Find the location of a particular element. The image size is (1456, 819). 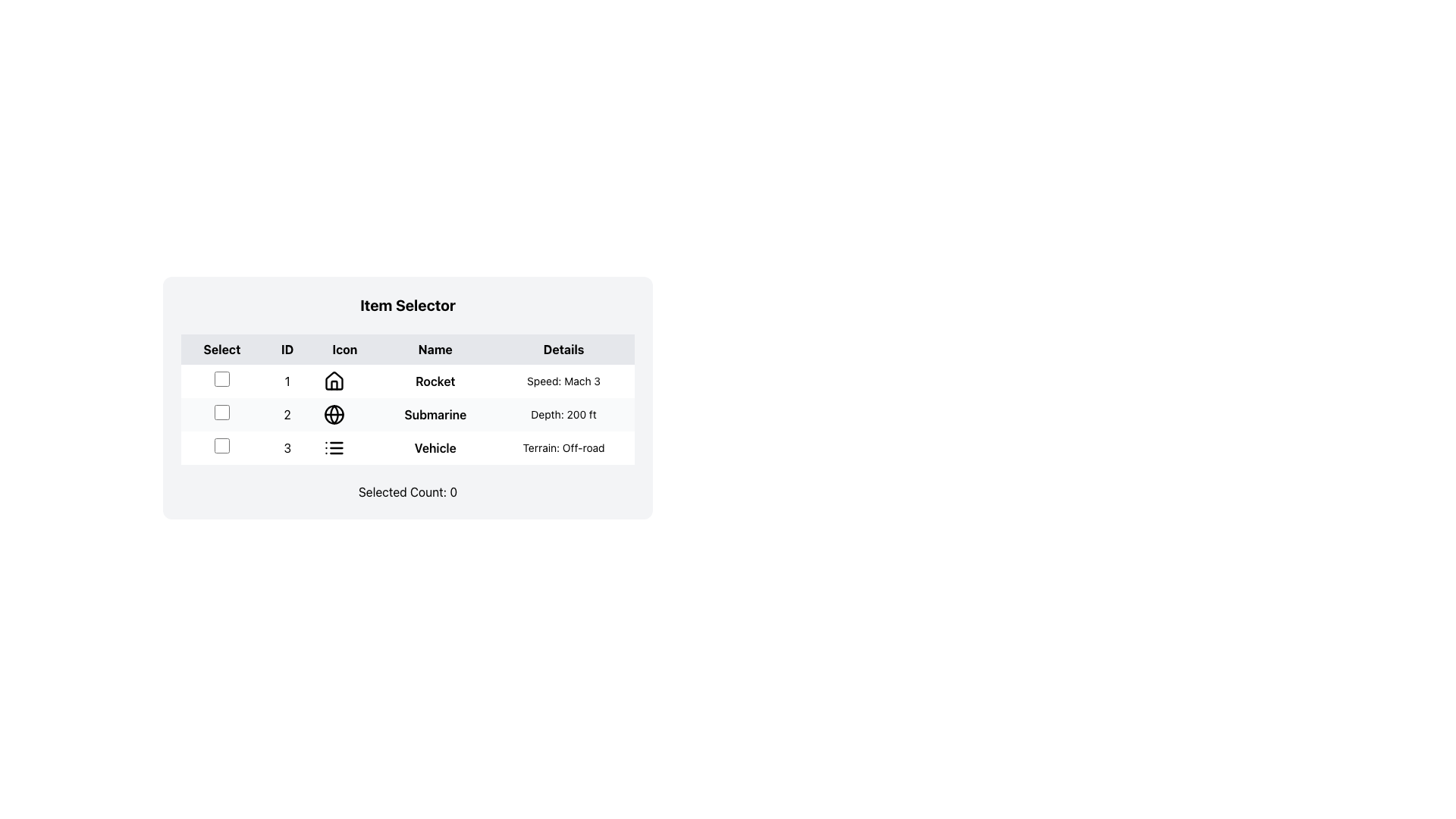

the checkbox in the third row of the table under the 'Select' column is located at coordinates (221, 447).